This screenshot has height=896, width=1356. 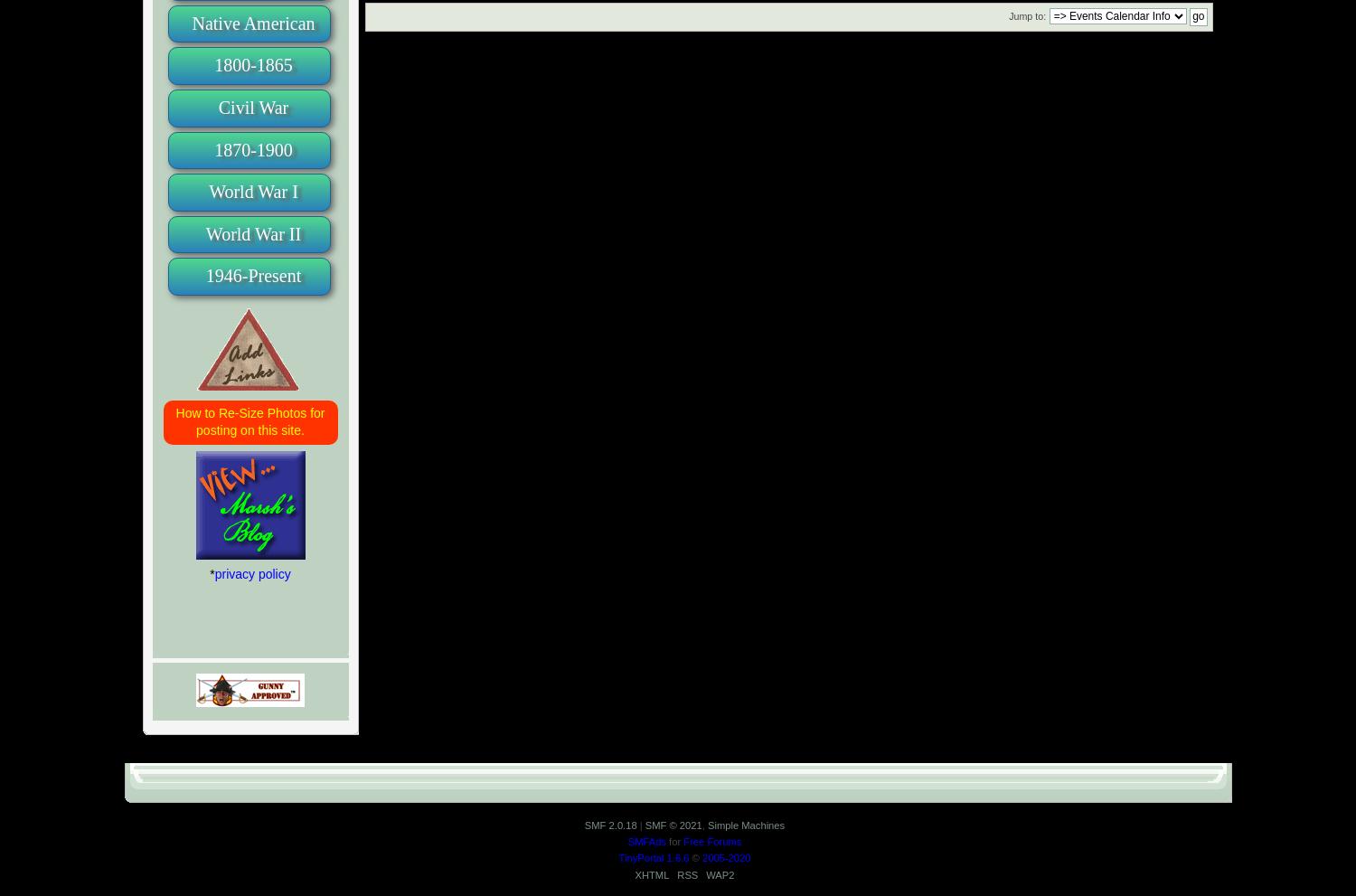 I want to click on 'Native American', so click(x=253, y=21).